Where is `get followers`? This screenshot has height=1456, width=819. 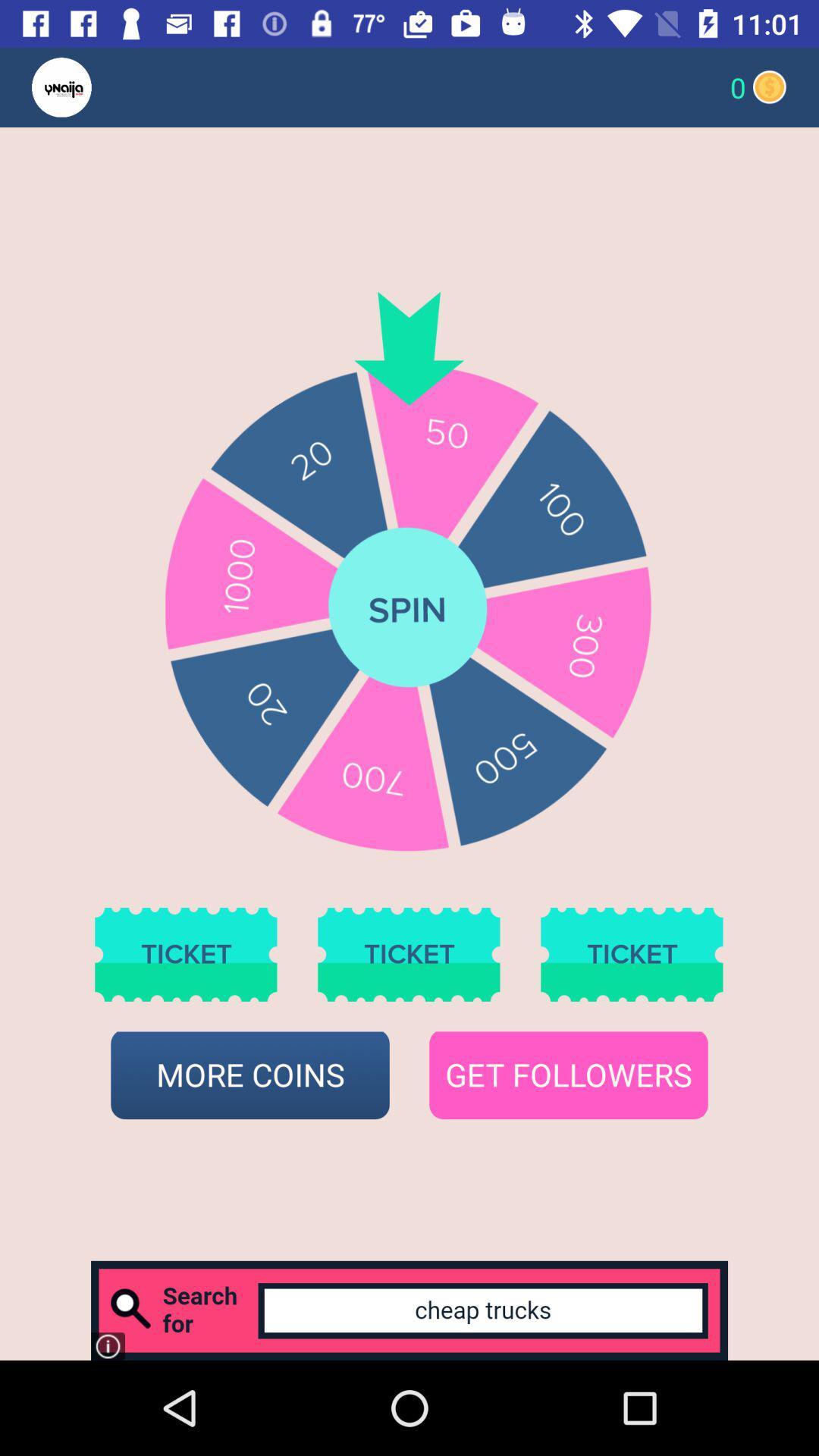 get followers is located at coordinates (568, 1075).